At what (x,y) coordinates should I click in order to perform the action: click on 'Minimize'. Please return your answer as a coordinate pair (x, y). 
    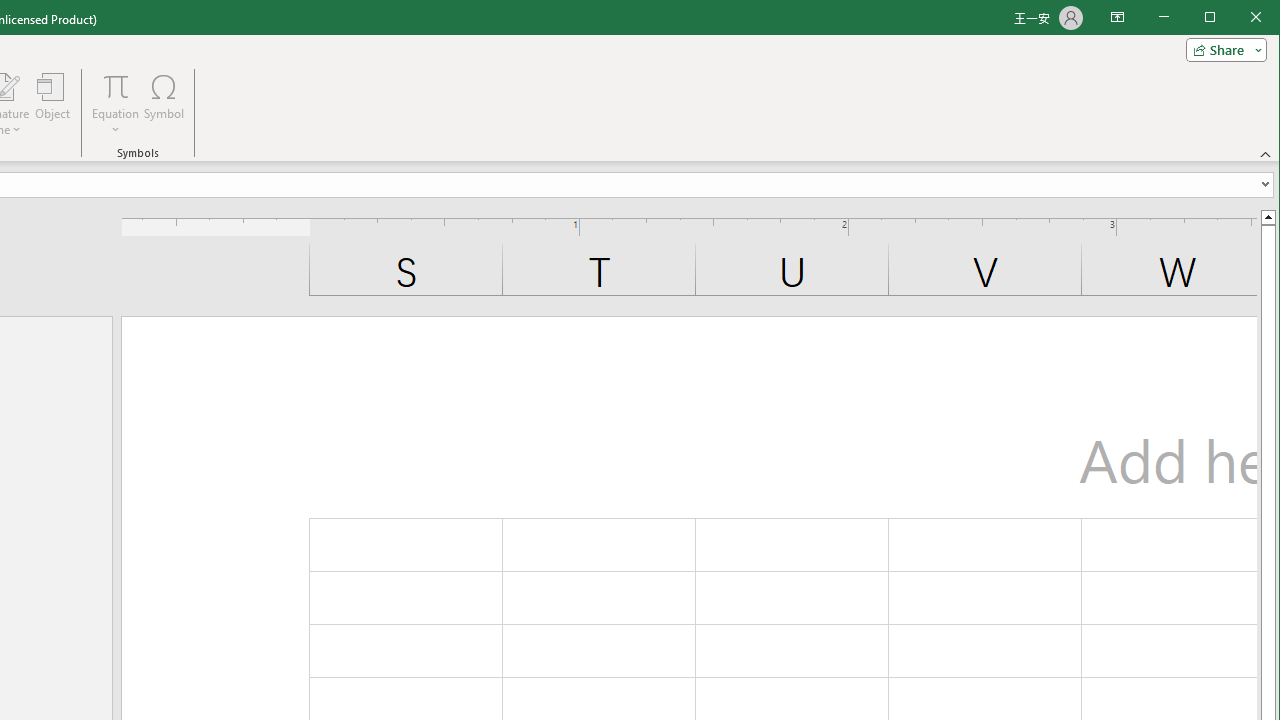
    Looking at the image, I should click on (1215, 19).